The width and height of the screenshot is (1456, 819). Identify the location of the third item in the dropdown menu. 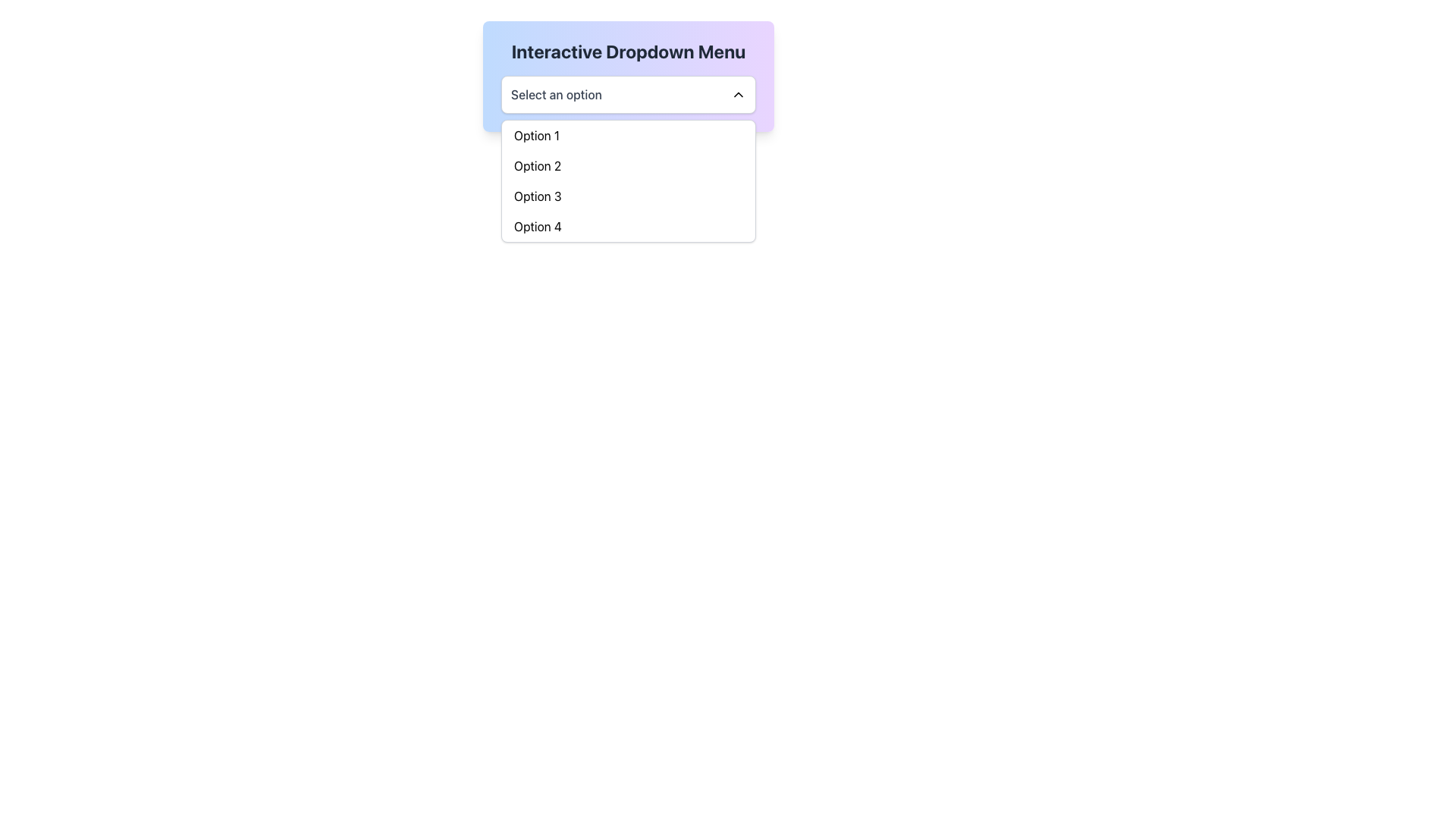
(629, 195).